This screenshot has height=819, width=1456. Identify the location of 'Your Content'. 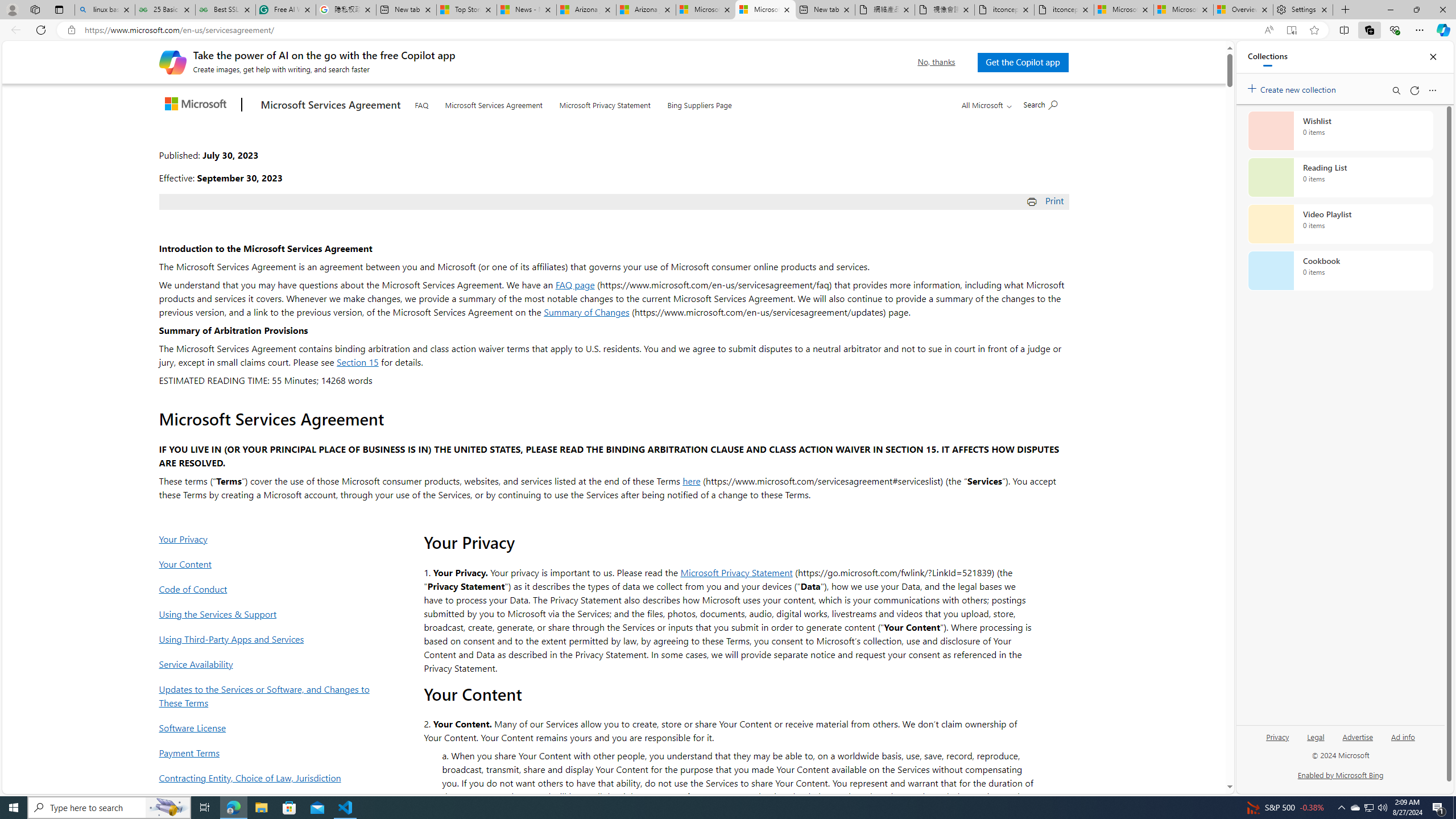
(267, 564).